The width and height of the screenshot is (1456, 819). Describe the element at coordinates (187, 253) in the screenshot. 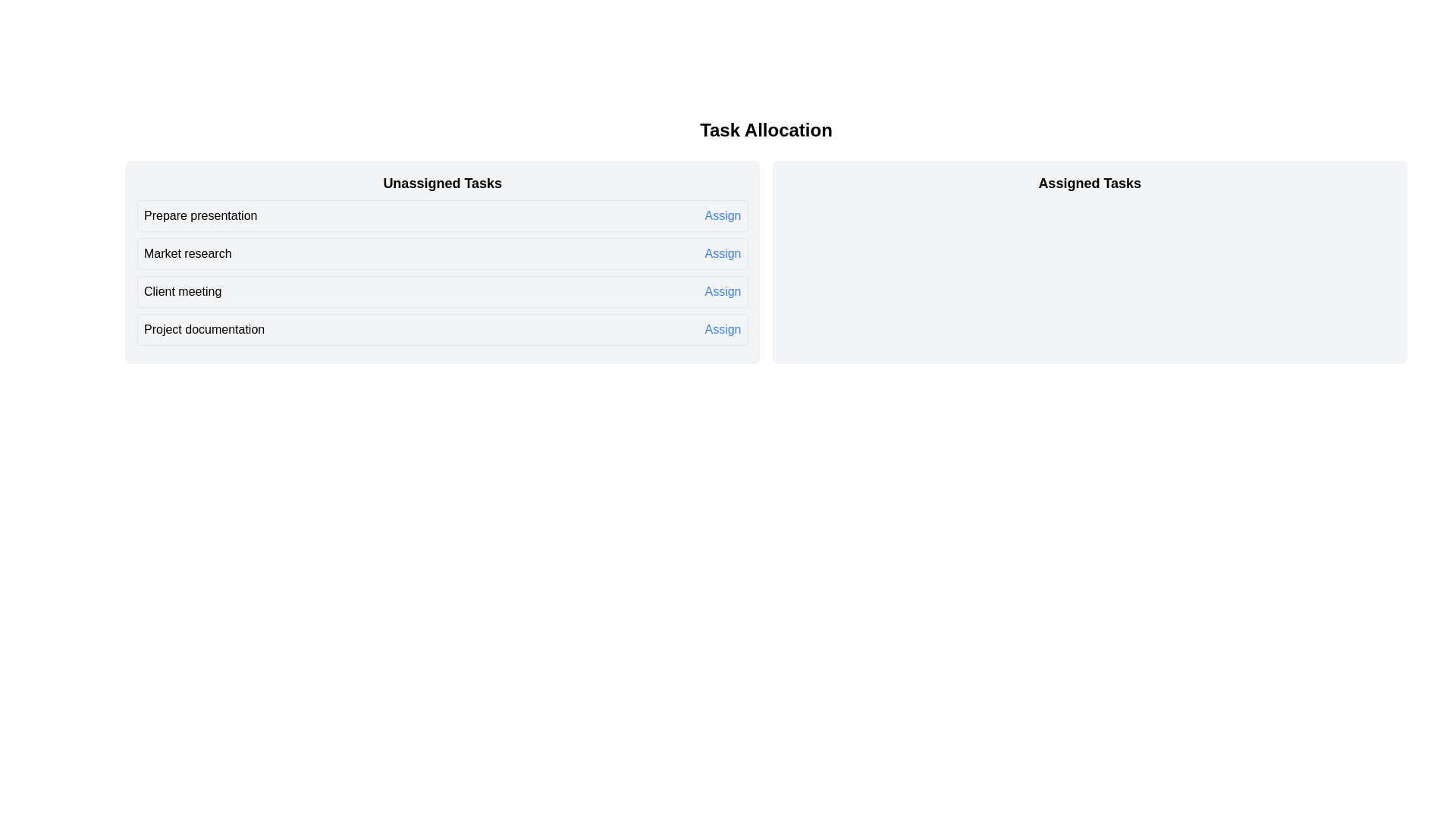

I see `the text label displaying 'Market research', which is the second item in the unassigned tasks column, aligned to the left with the 'Assign' button adjacent to it` at that location.